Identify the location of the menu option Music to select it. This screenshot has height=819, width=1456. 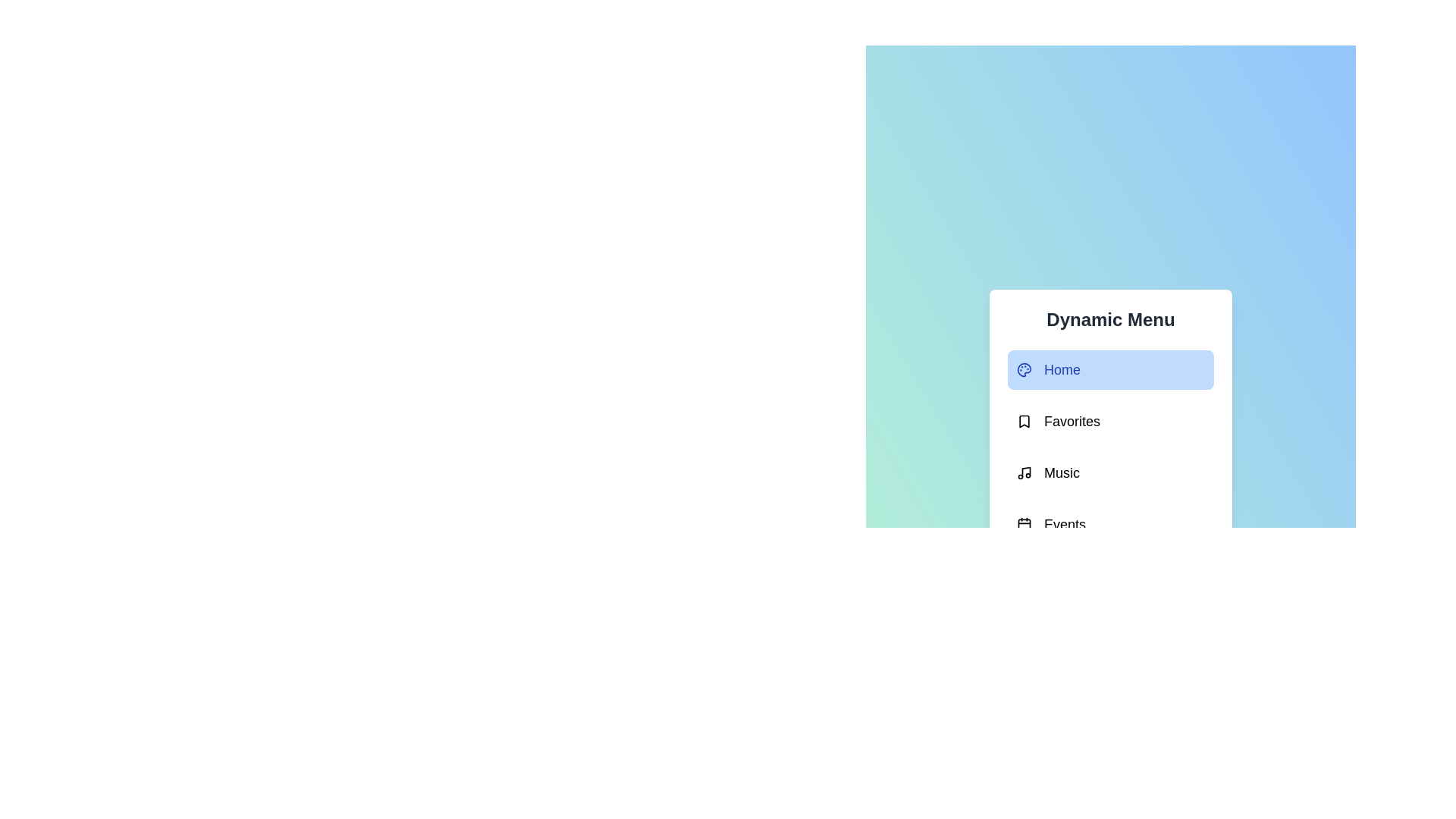
(1110, 472).